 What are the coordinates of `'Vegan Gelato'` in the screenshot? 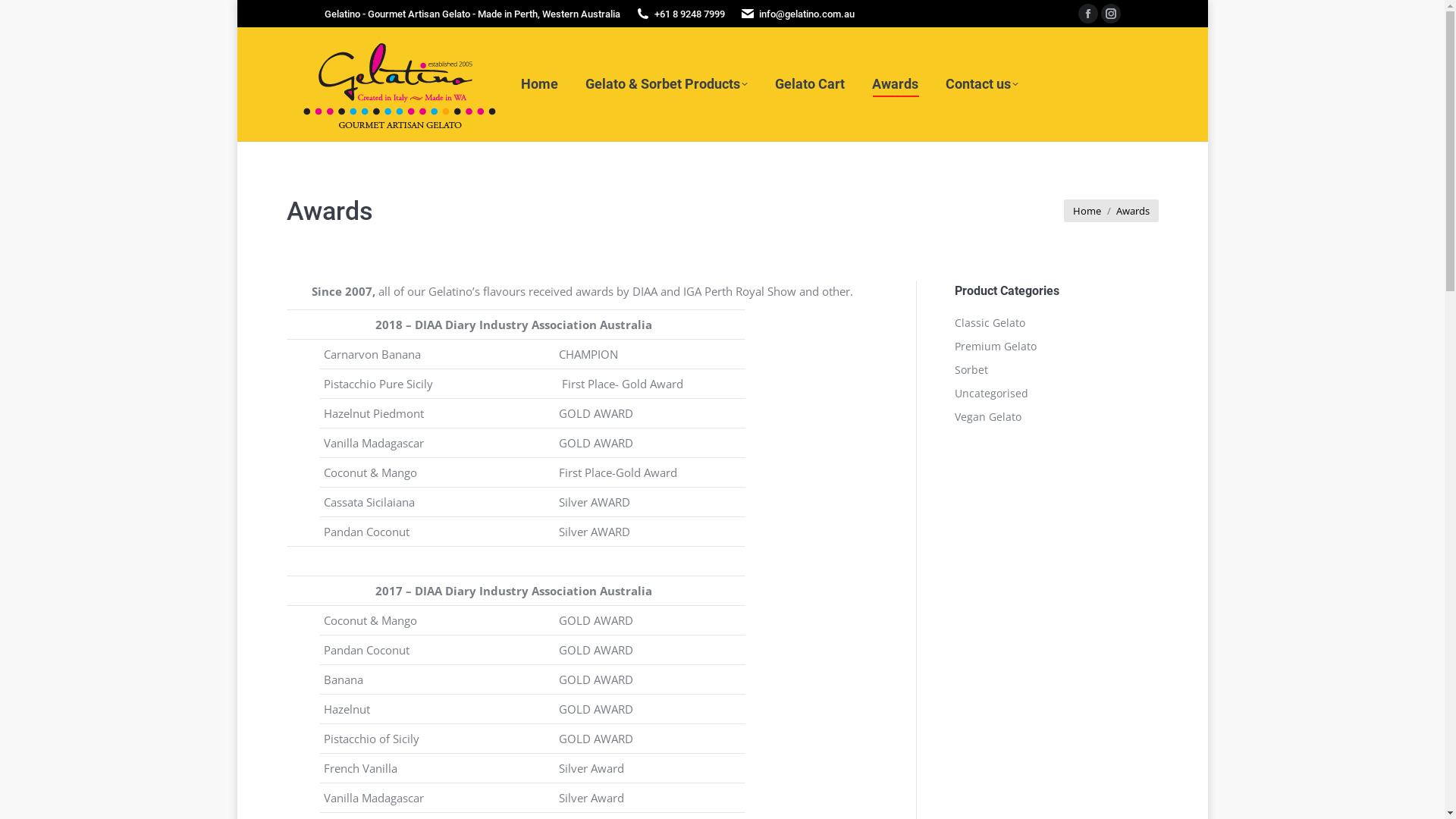 It's located at (987, 417).